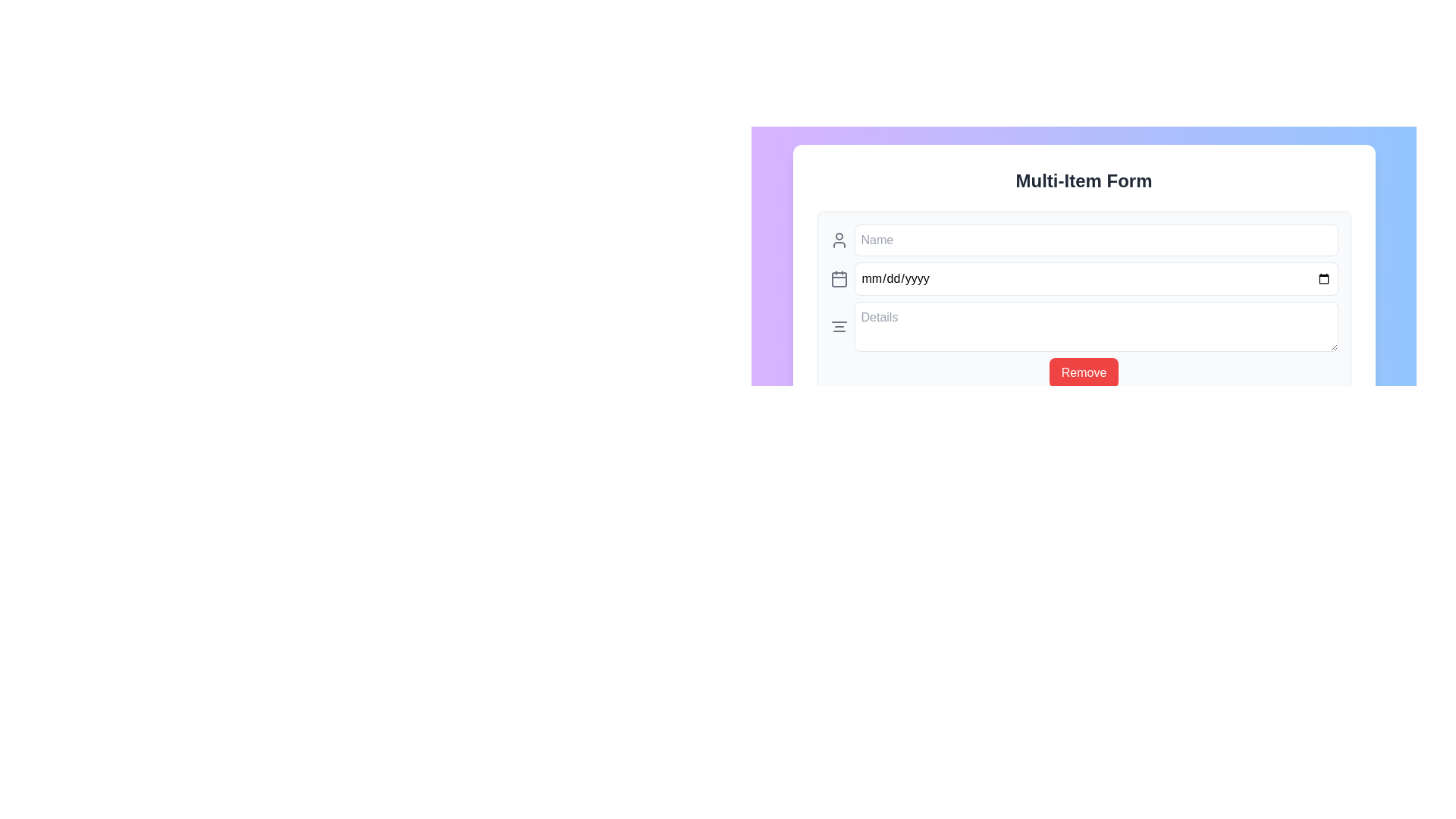 The image size is (1456, 819). Describe the element at coordinates (838, 326) in the screenshot. I see `the alignment icon, which is represented by parallel horizontal lines, located to the left of the 'Details' text input field` at that location.